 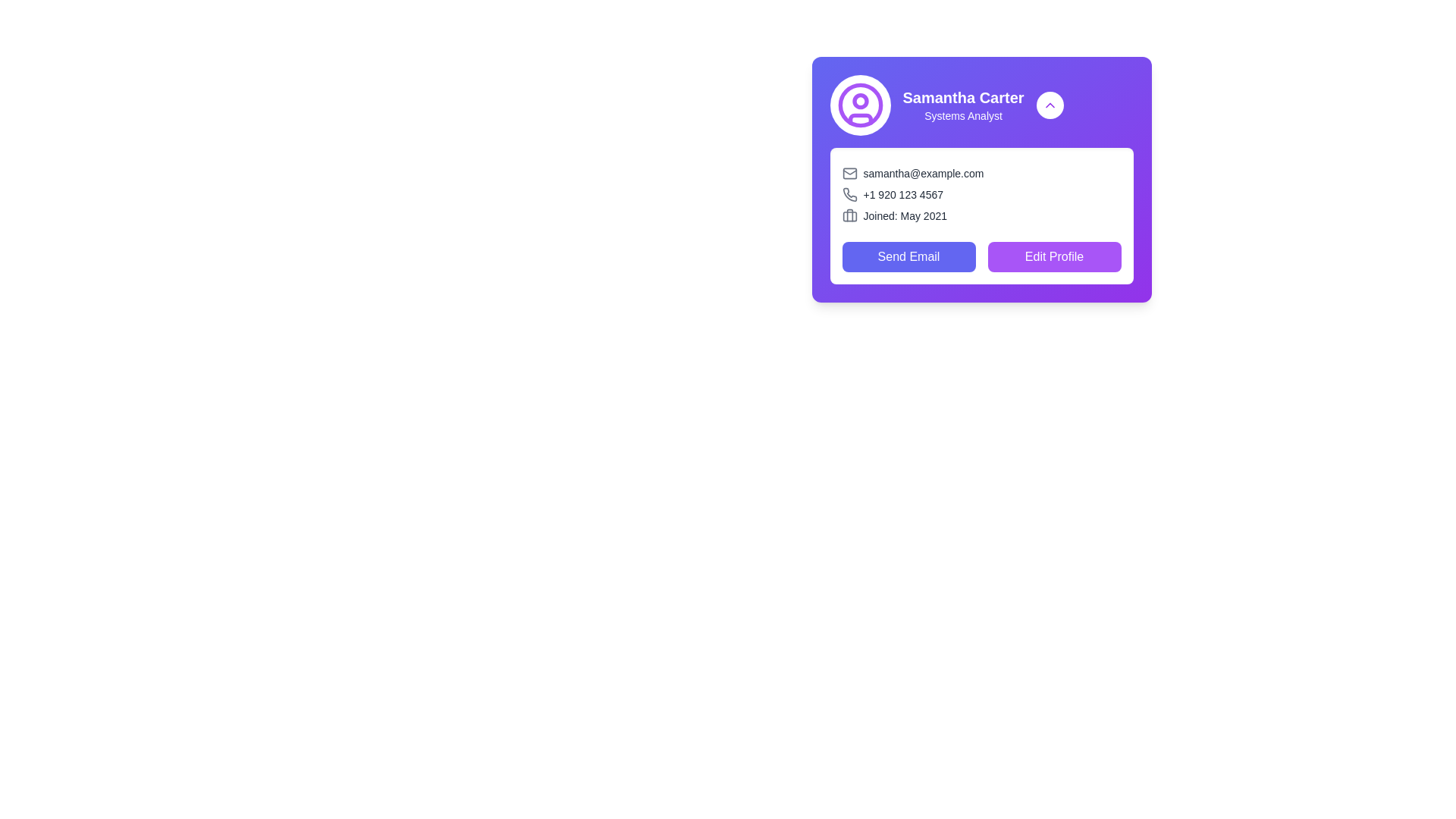 What do you see at coordinates (908, 256) in the screenshot?
I see `the 'Send Email' button with a purple background and white text to trigger hover-specific effects` at bounding box center [908, 256].